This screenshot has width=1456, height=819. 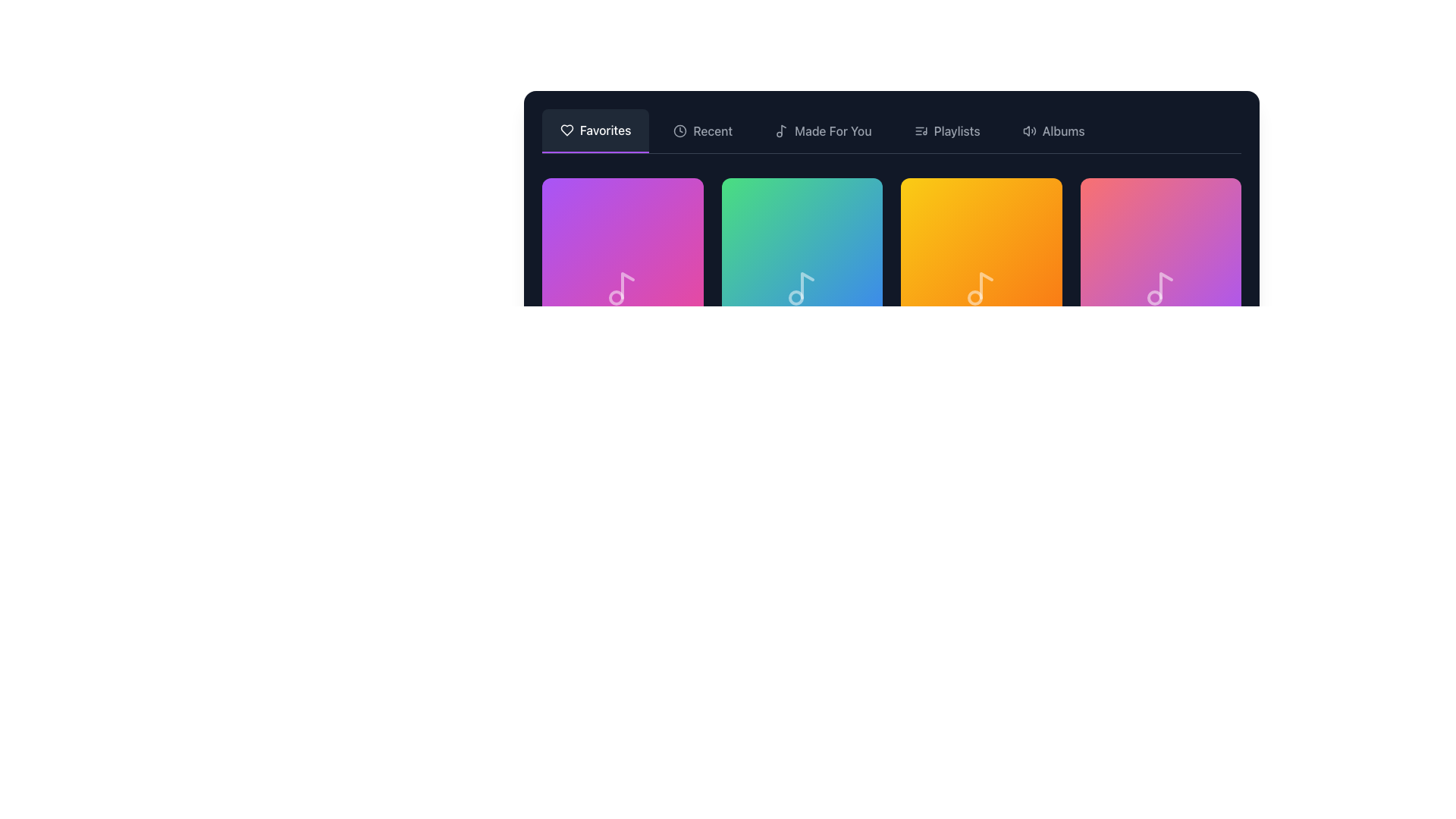 What do you see at coordinates (1062, 130) in the screenshot?
I see `text from the 'Albums' label located on the far-right of the navigation bar, which is on a dark background and is preceded by 'Playlists' and an audio icon` at bounding box center [1062, 130].